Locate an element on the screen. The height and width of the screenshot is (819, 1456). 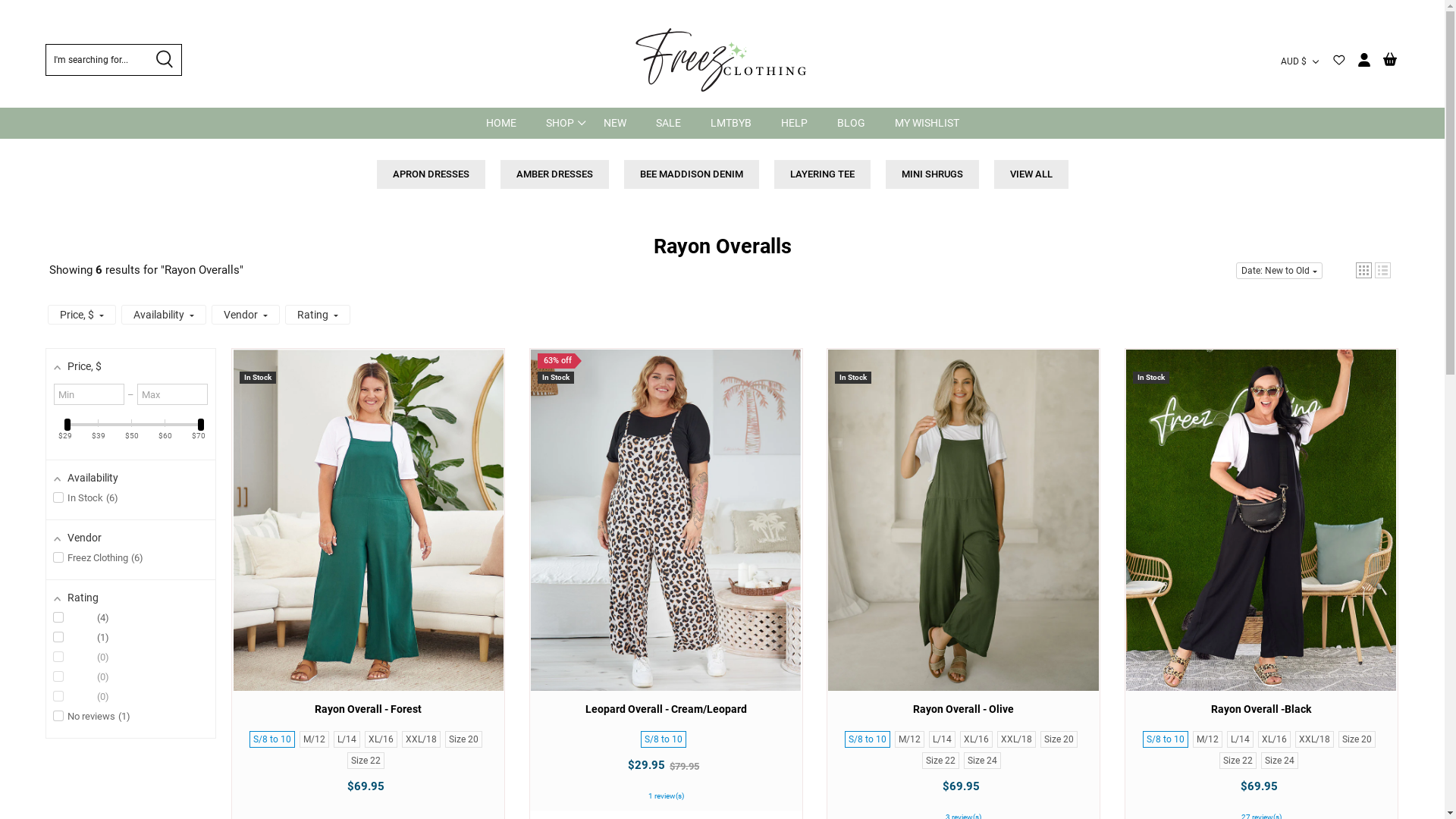
'SHOP' is located at coordinates (559, 122).